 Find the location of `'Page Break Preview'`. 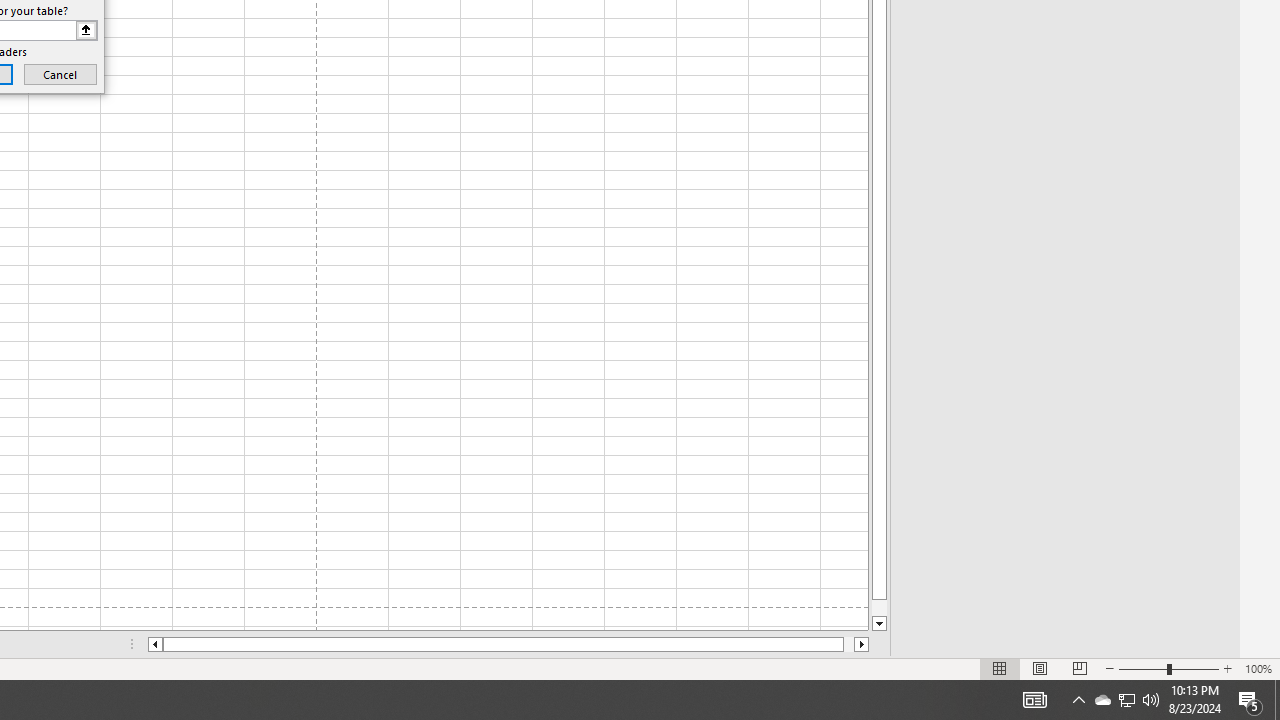

'Page Break Preview' is located at coordinates (1078, 669).